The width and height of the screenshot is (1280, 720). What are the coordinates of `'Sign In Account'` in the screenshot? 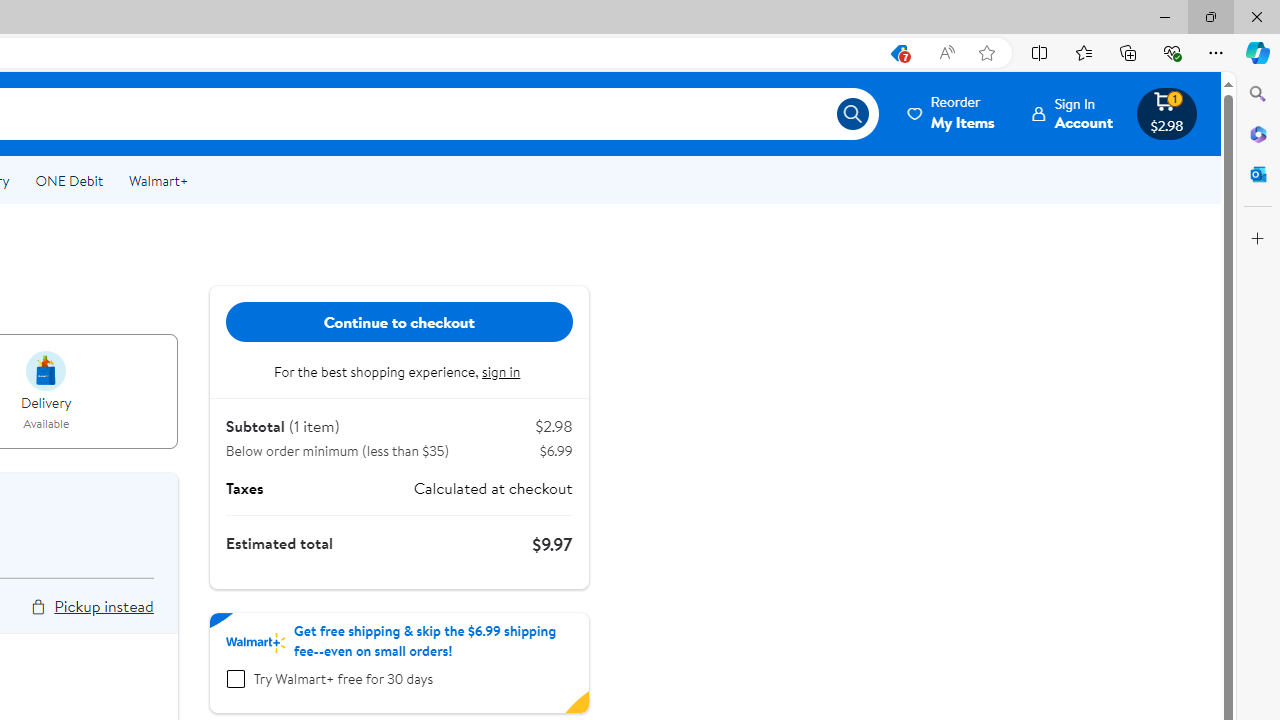 It's located at (1072, 113).